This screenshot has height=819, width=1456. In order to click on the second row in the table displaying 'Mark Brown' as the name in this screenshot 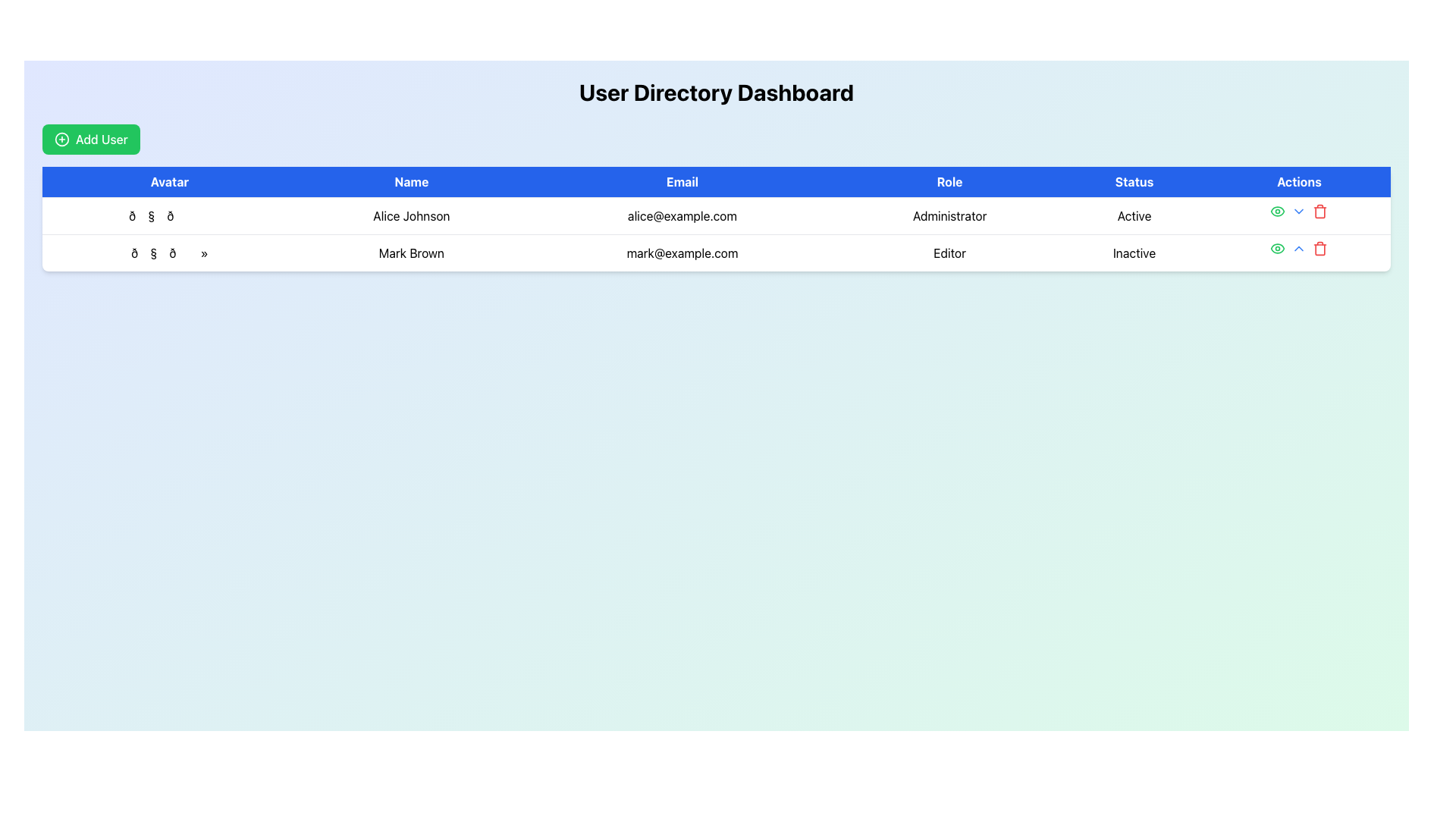, I will do `click(716, 252)`.